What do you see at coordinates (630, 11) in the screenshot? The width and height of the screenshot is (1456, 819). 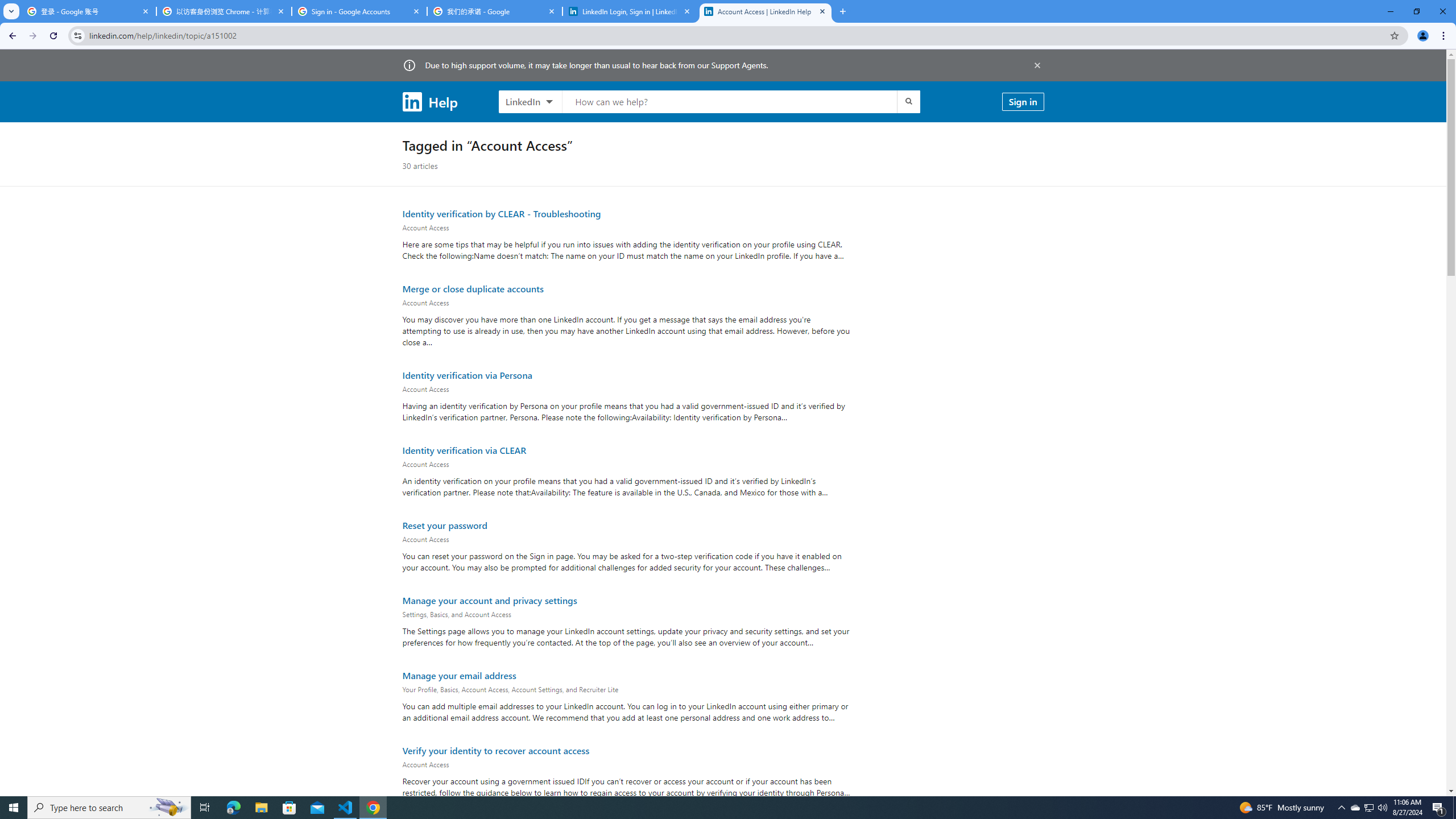 I see `'LinkedIn Login, Sign in | LinkedIn'` at bounding box center [630, 11].